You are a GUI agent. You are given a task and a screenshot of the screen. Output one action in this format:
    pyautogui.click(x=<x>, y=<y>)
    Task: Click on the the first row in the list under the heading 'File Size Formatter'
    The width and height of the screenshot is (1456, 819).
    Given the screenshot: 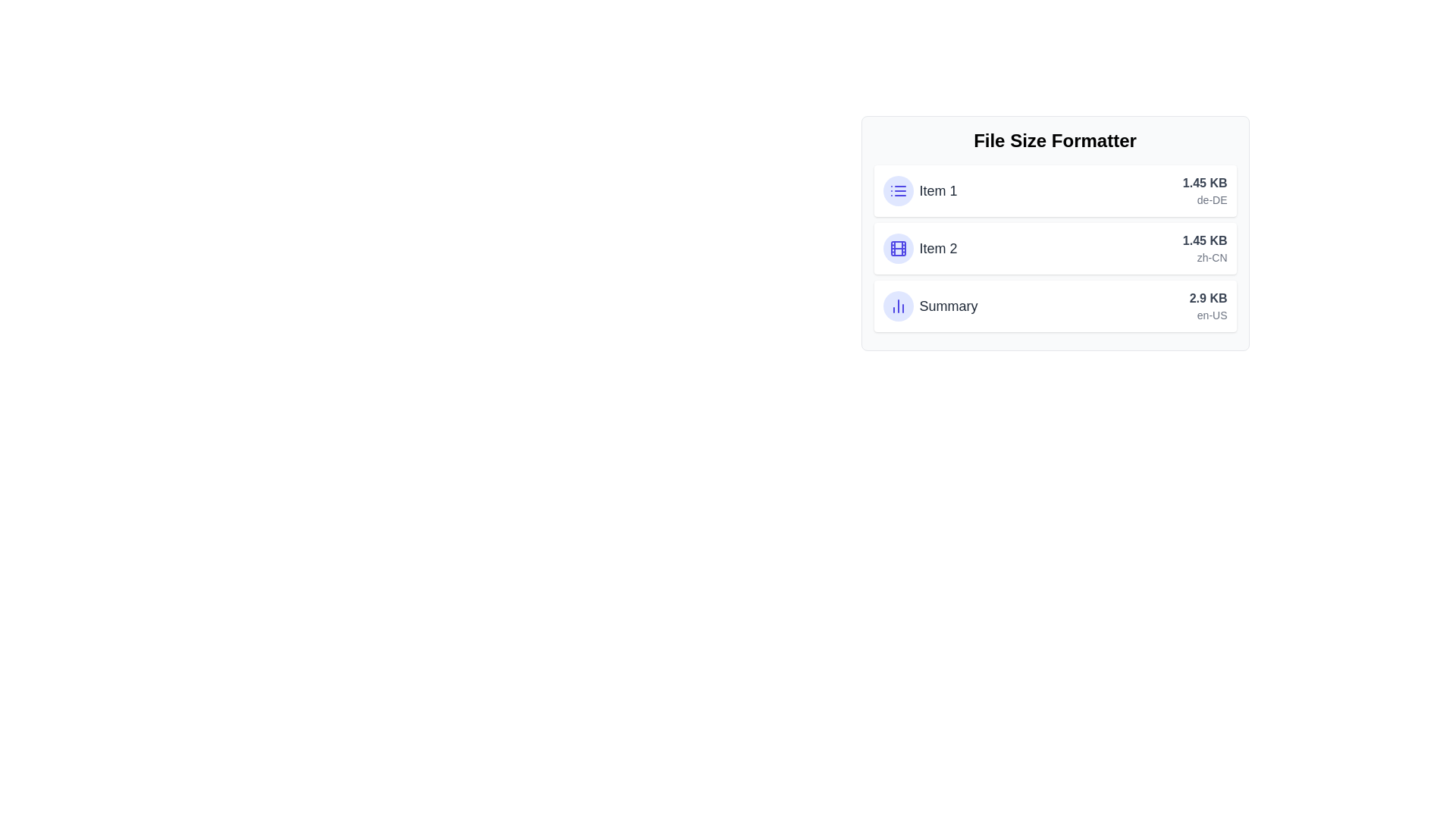 What is the action you would take?
    pyautogui.click(x=919, y=190)
    